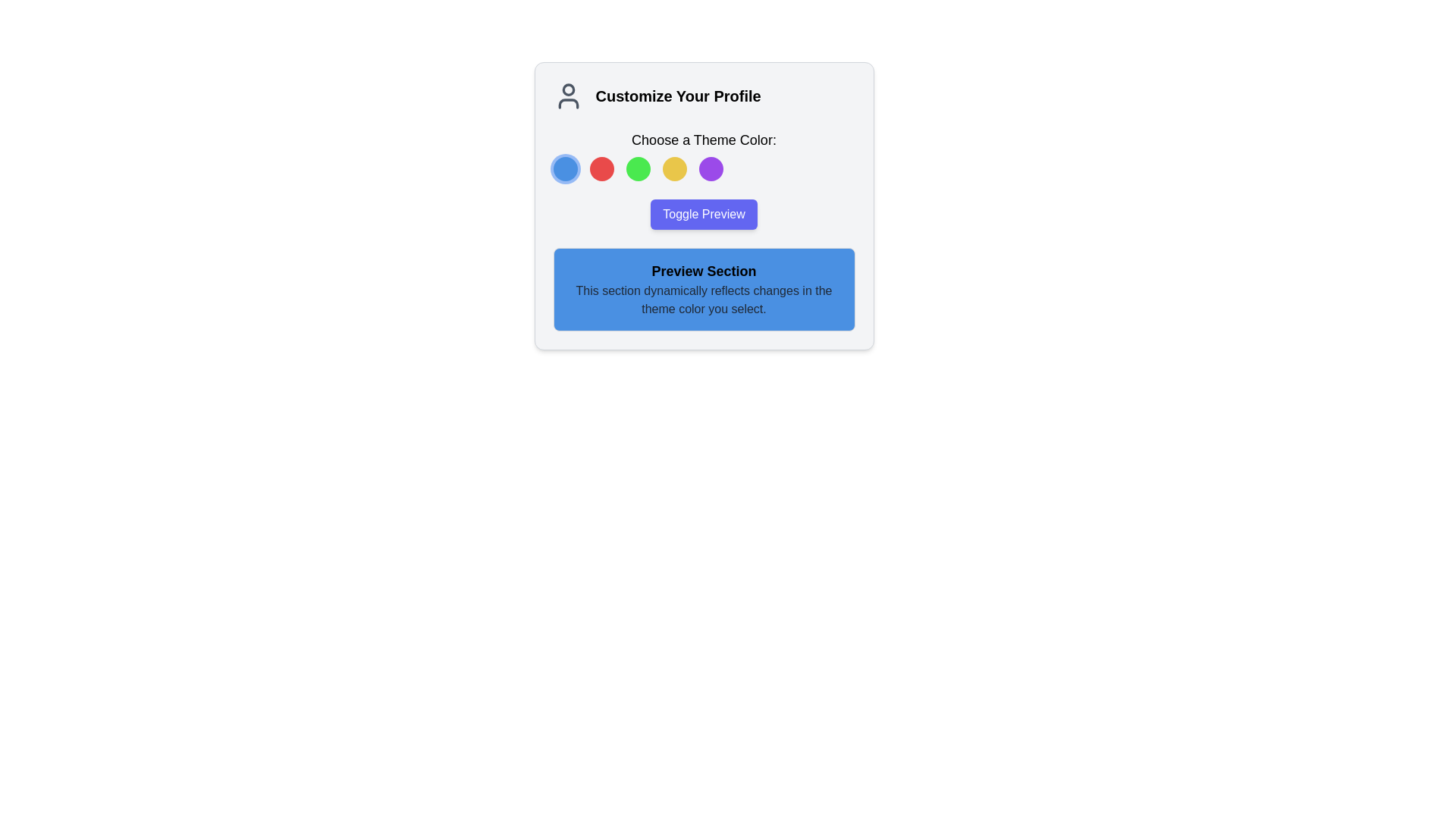 The height and width of the screenshot is (819, 1456). What do you see at coordinates (567, 96) in the screenshot?
I see `the user silhouette icon that is styled with a stroke and gray color, positioned to the left of the 'Customize Your Profile' text header in the profile customization section` at bounding box center [567, 96].